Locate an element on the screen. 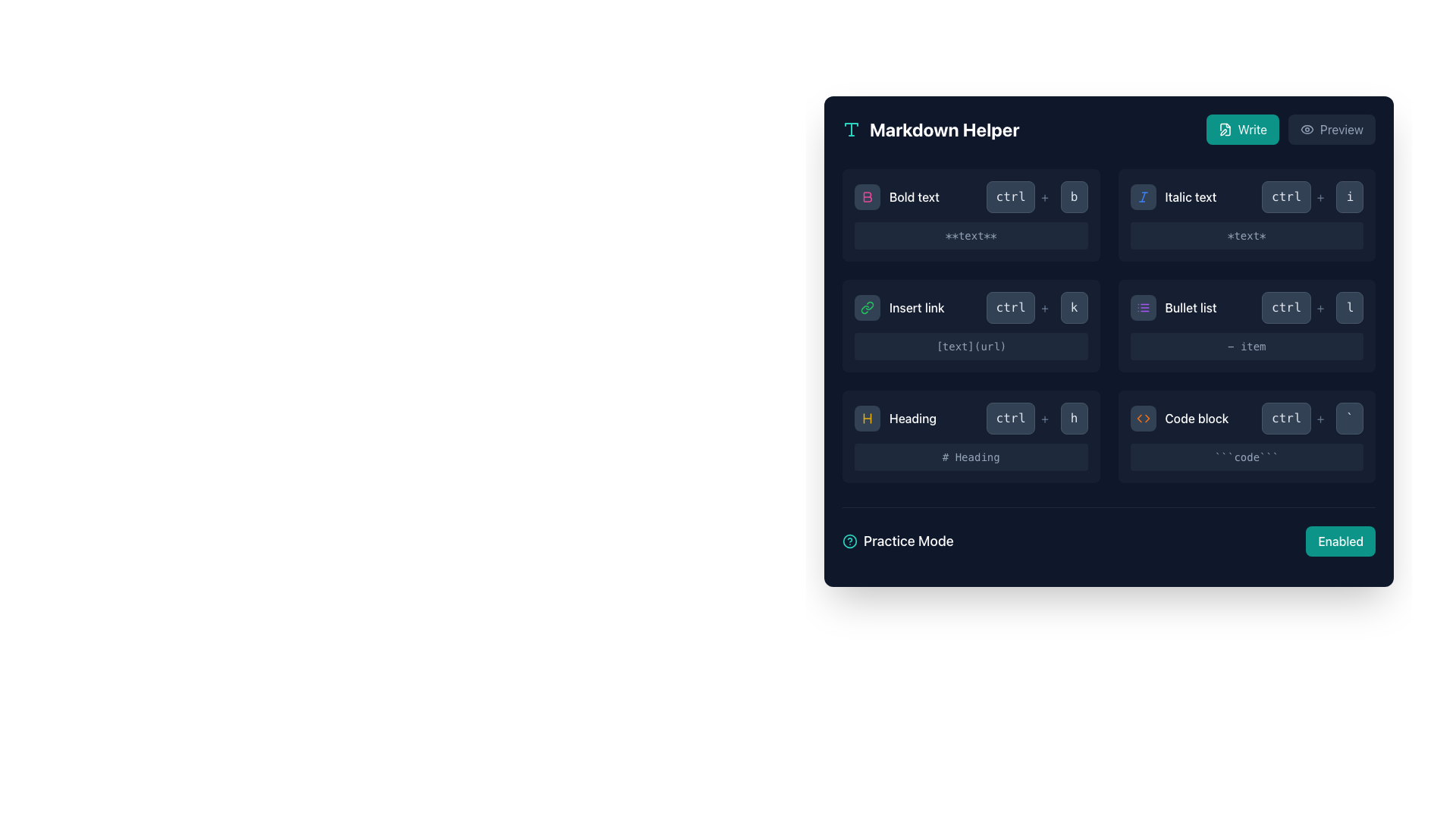 This screenshot has height=819, width=1456. the square button with a pink bold 'B' icon is located at coordinates (867, 196).